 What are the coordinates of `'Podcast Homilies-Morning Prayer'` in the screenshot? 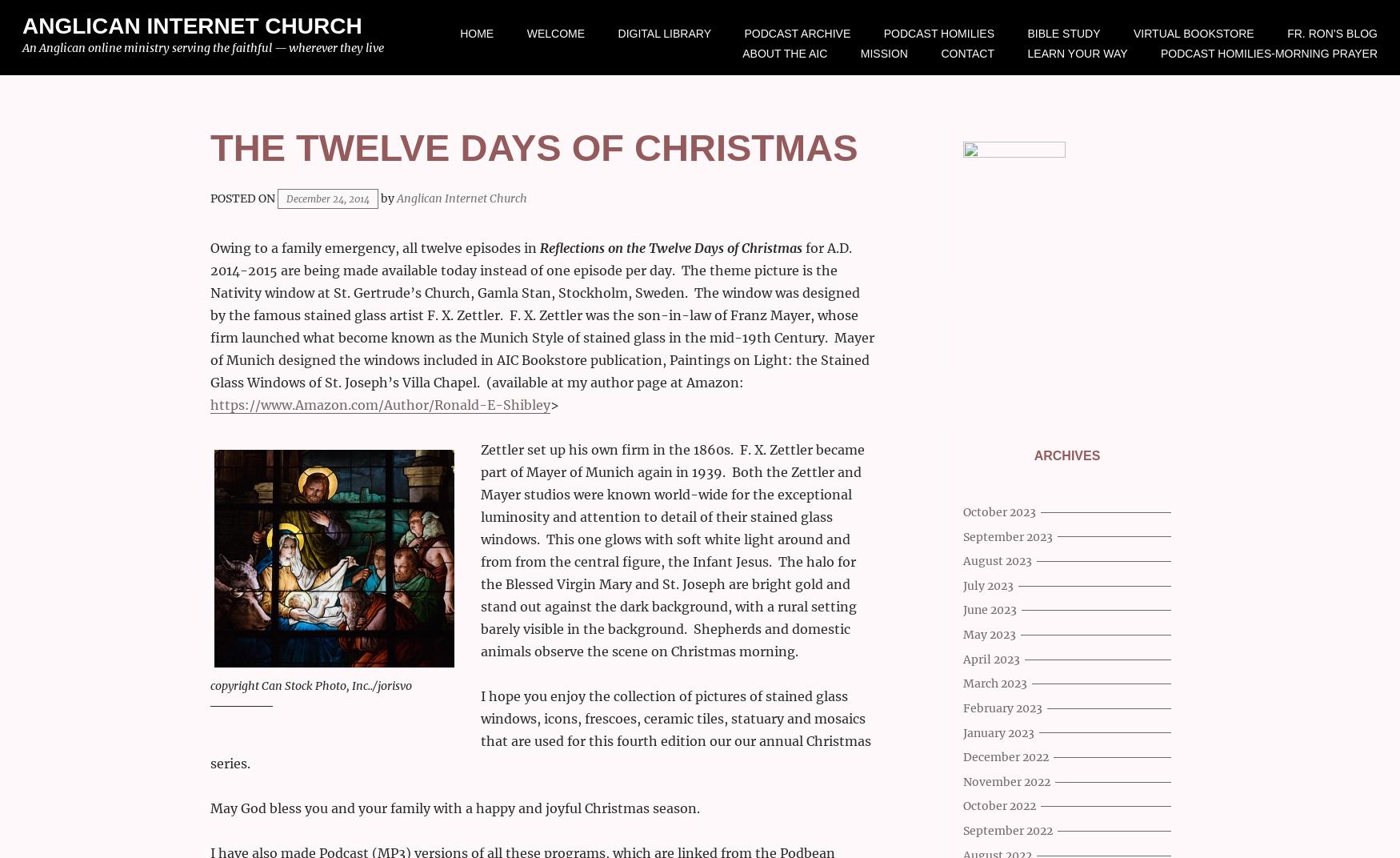 It's located at (1269, 52).